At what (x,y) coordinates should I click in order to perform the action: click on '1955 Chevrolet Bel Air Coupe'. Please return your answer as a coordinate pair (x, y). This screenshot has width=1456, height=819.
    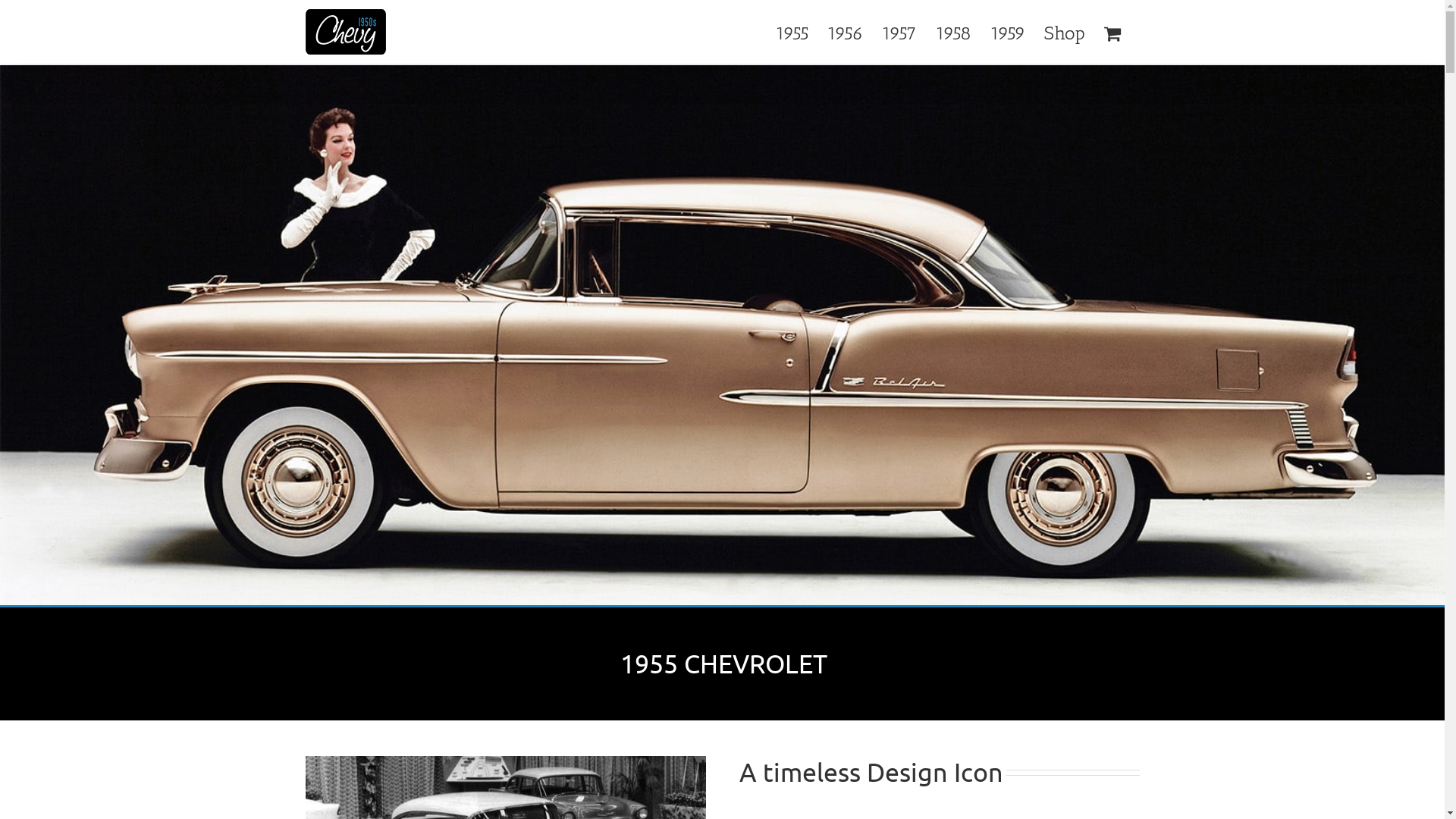
    Looking at the image, I should click on (721, 335).